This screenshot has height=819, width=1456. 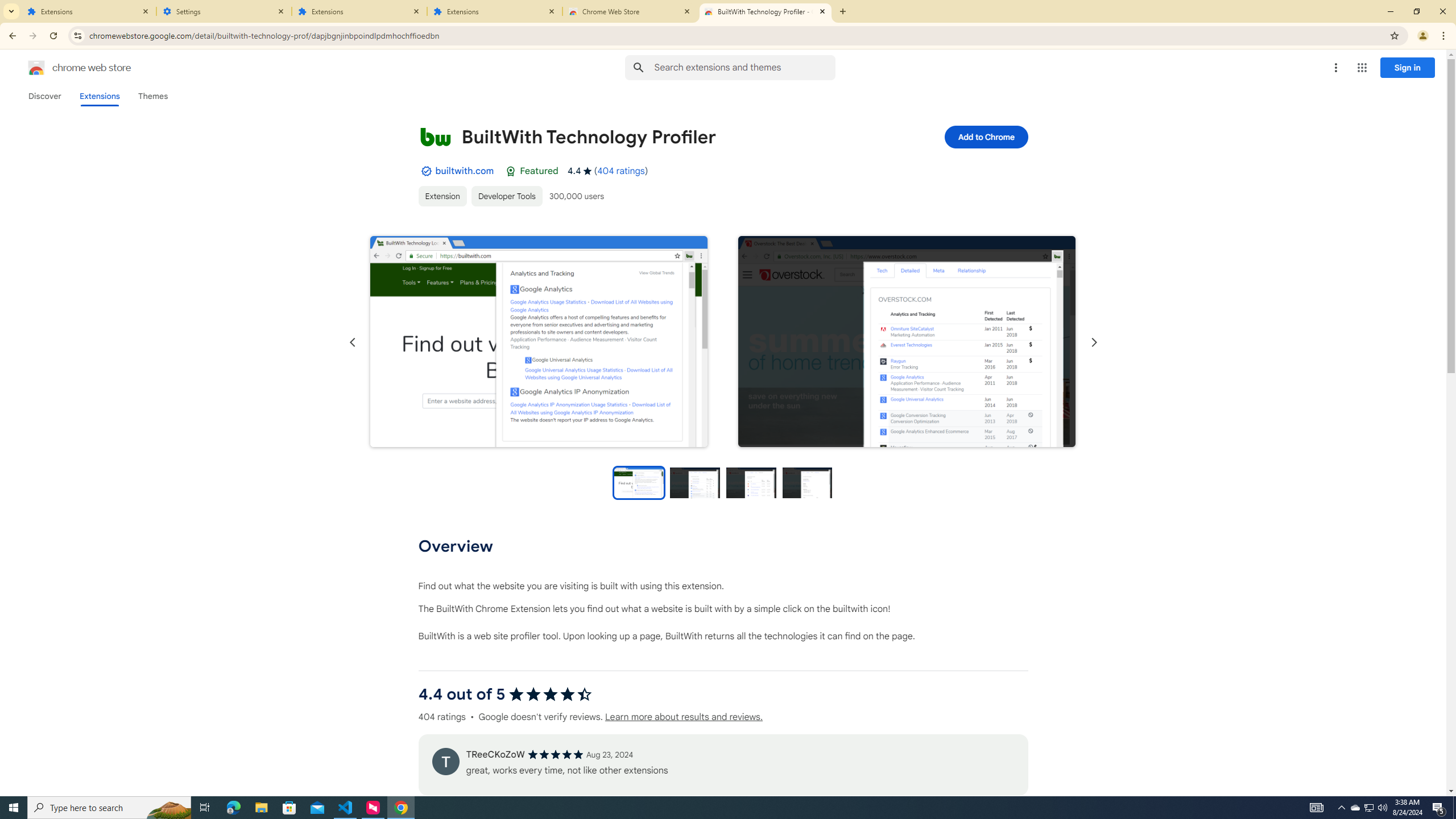 I want to click on 'Item media 2 screenshot', so click(x=906, y=341).